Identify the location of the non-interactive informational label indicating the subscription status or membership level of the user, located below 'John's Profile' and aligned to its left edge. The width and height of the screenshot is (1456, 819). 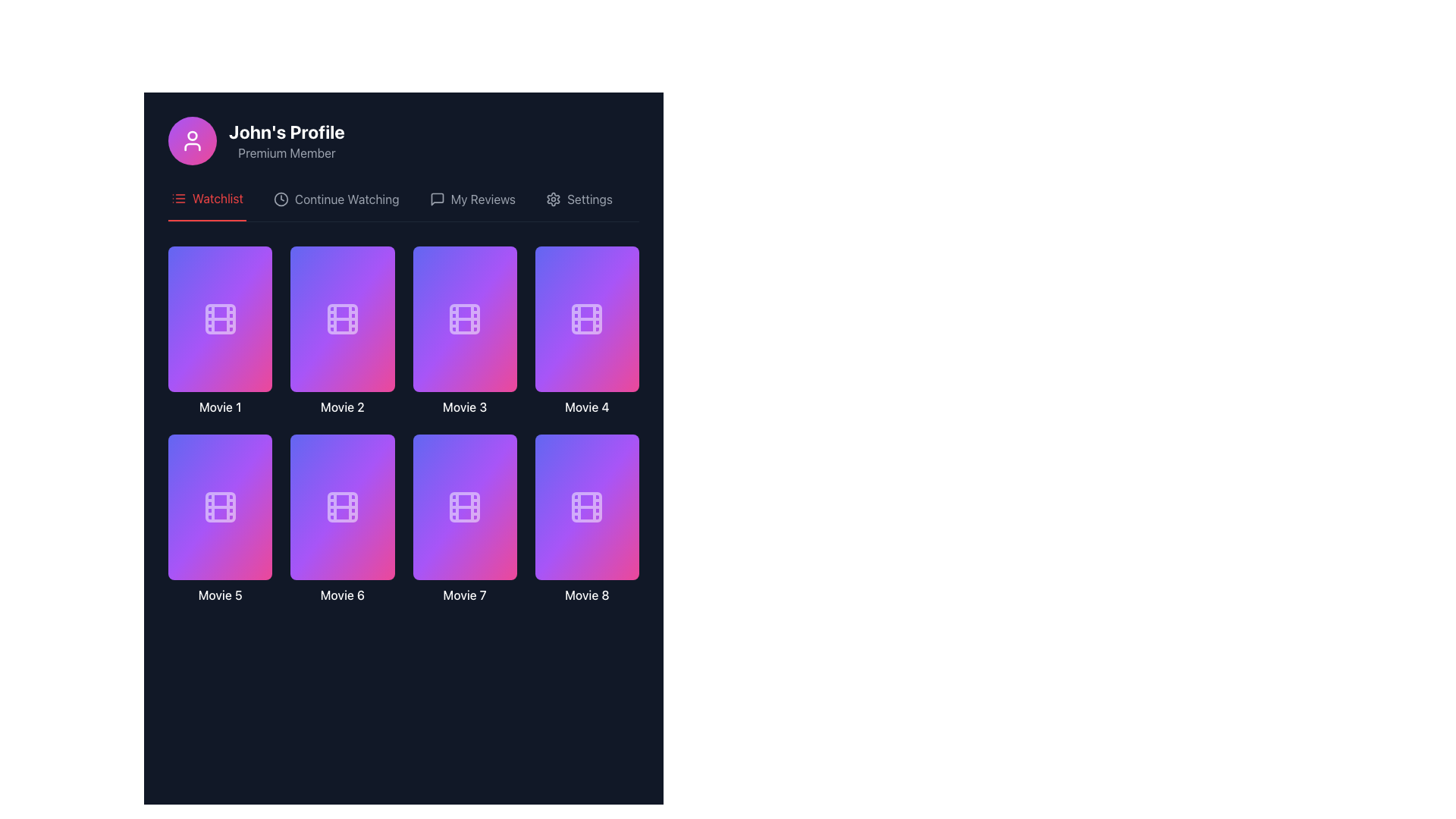
(287, 152).